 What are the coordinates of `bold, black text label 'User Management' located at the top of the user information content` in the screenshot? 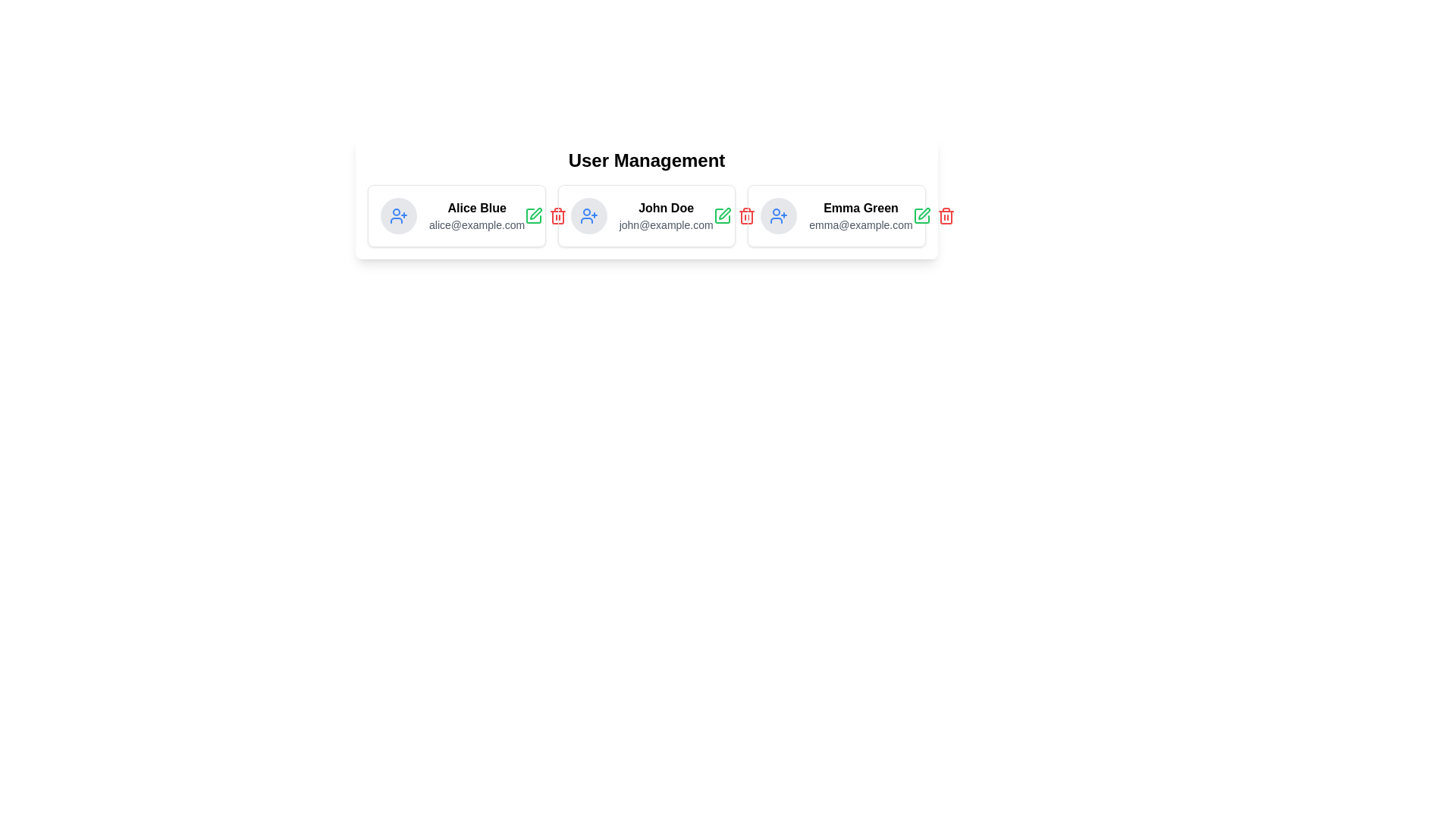 It's located at (647, 161).